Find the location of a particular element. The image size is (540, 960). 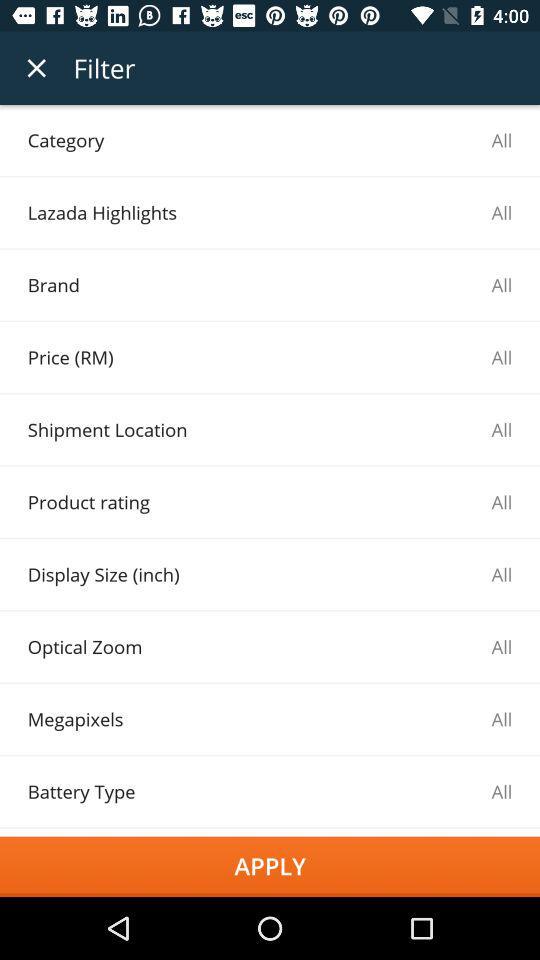

the icon to the left of the filter icon is located at coordinates (36, 68).